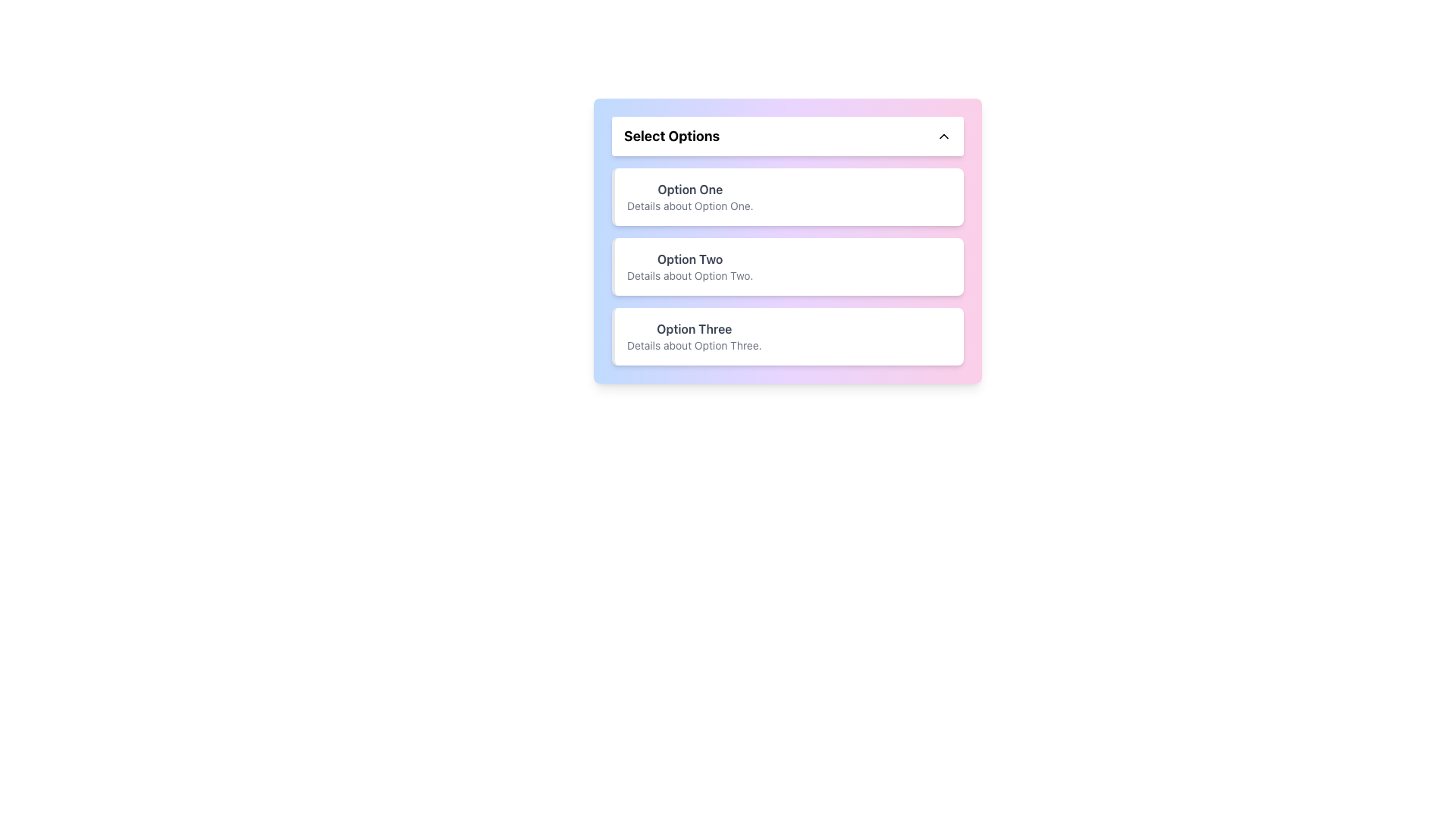  I want to click on the text label reading 'Details about Option Three.', which is styled with a smaller text size and gray color, positioned directly beneath the 'Option Three' title in the 'Select Options' dropdown list, so click(693, 345).